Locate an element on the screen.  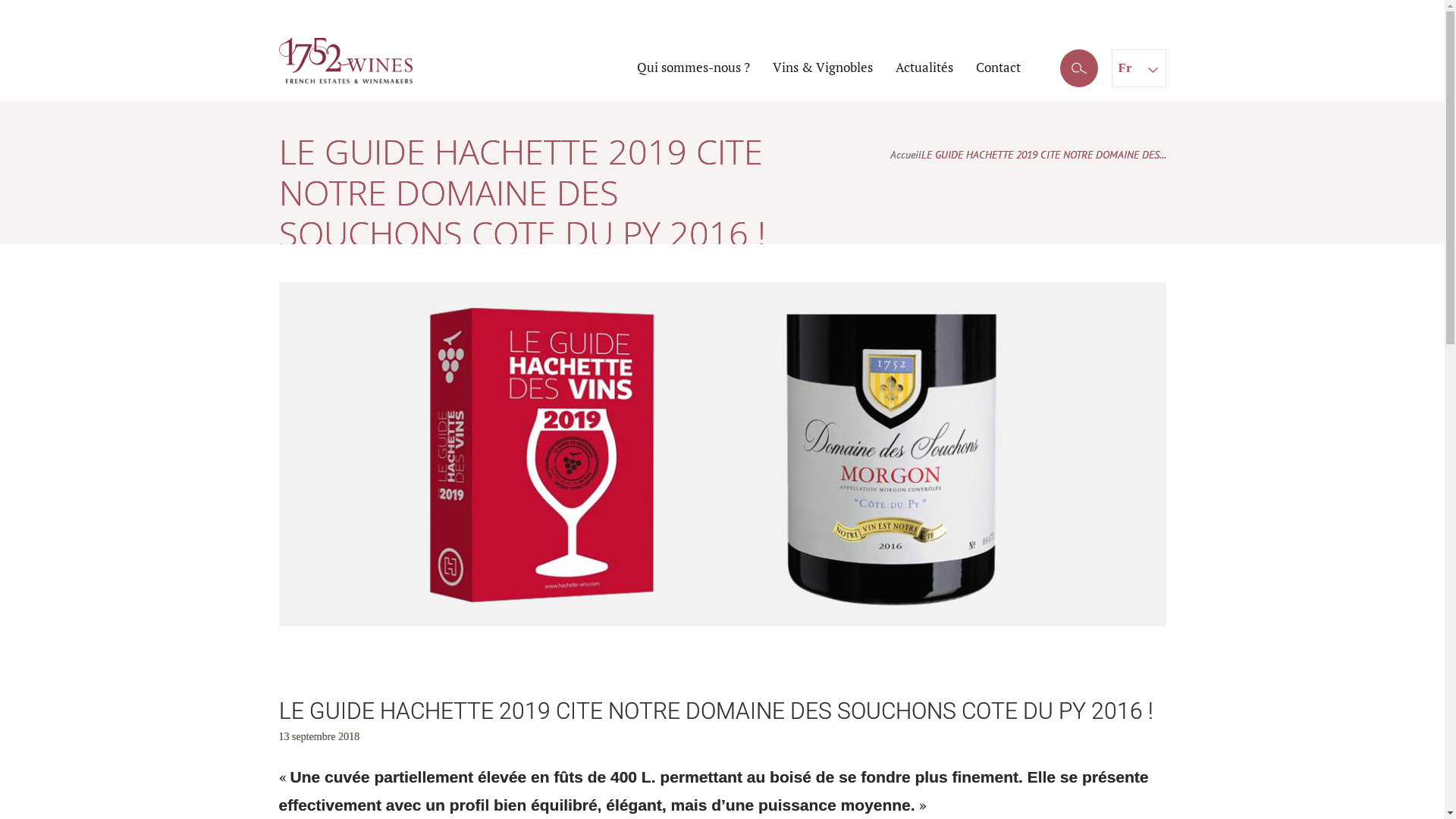
'Fr' is located at coordinates (1138, 66).